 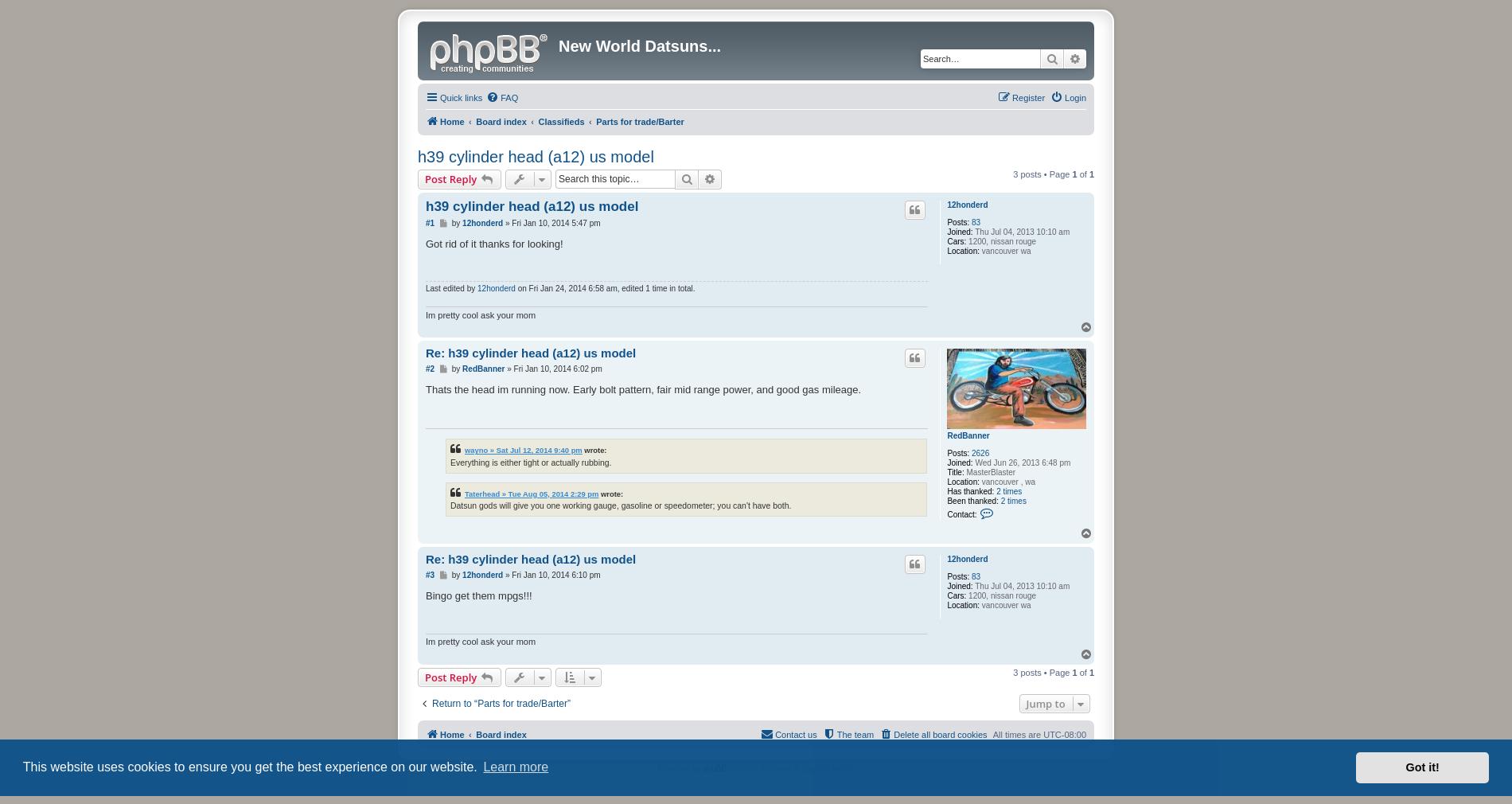 I want to click on 'Everything is either tight or actually rubbing.', so click(x=450, y=461).